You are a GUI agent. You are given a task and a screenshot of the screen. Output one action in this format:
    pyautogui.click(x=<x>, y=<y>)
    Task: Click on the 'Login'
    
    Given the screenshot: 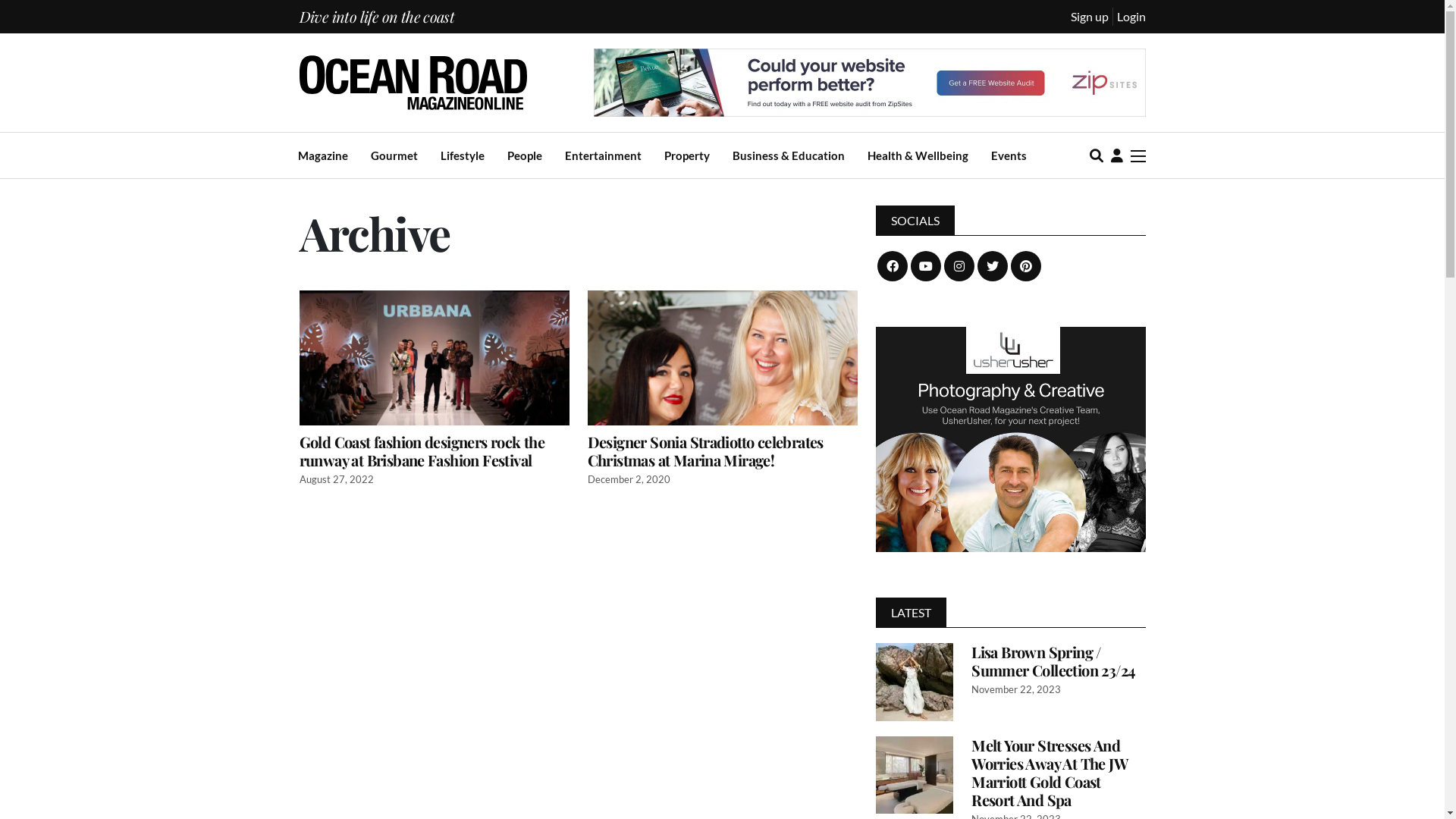 What is the action you would take?
    pyautogui.click(x=1131, y=16)
    